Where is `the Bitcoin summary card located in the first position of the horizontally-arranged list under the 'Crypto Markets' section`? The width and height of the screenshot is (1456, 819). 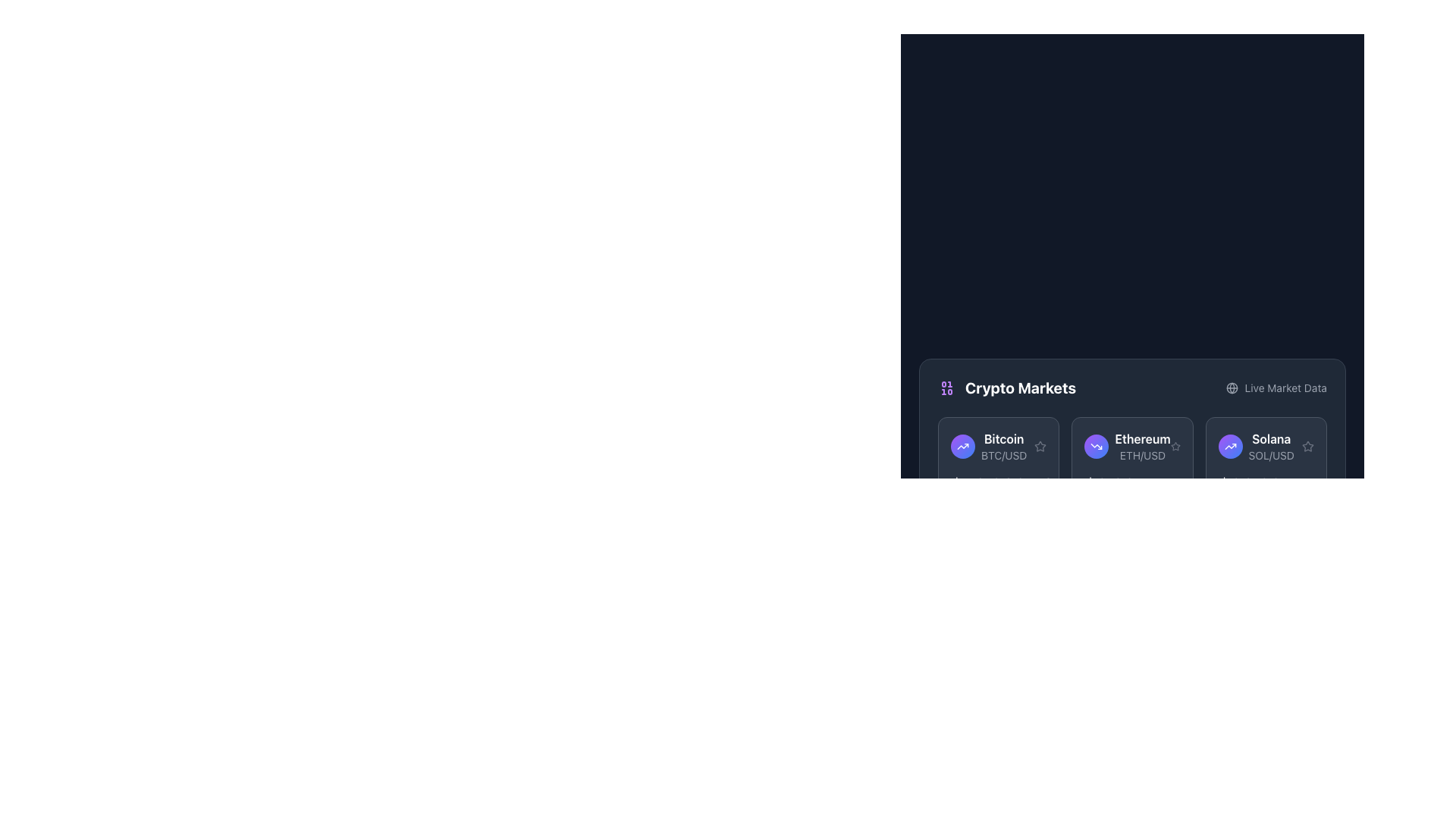 the Bitcoin summary card located in the first position of the horizontally-arranged list under the 'Crypto Markets' section is located at coordinates (999, 446).